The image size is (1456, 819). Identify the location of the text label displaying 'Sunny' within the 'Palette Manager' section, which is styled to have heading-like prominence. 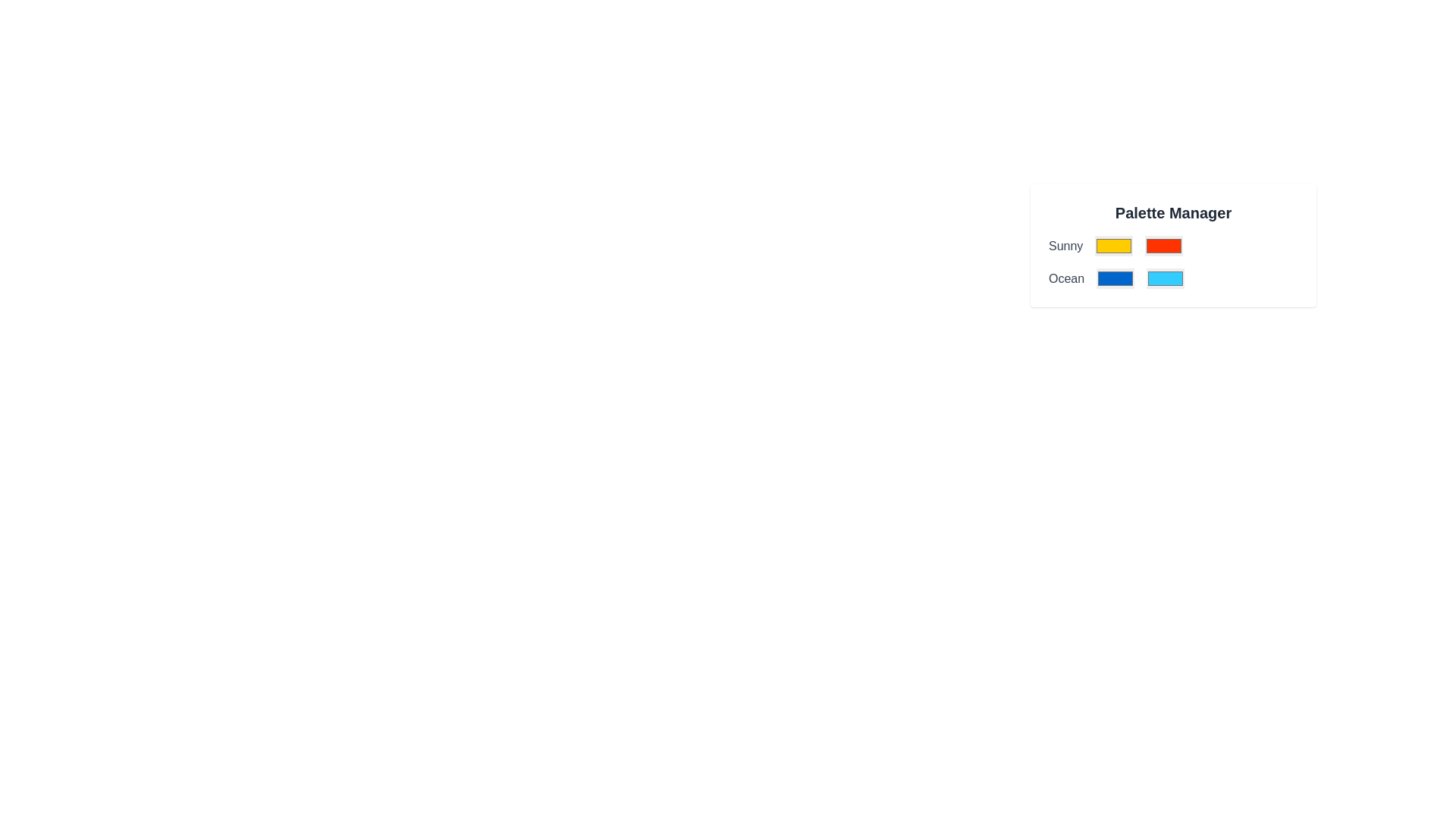
(1065, 245).